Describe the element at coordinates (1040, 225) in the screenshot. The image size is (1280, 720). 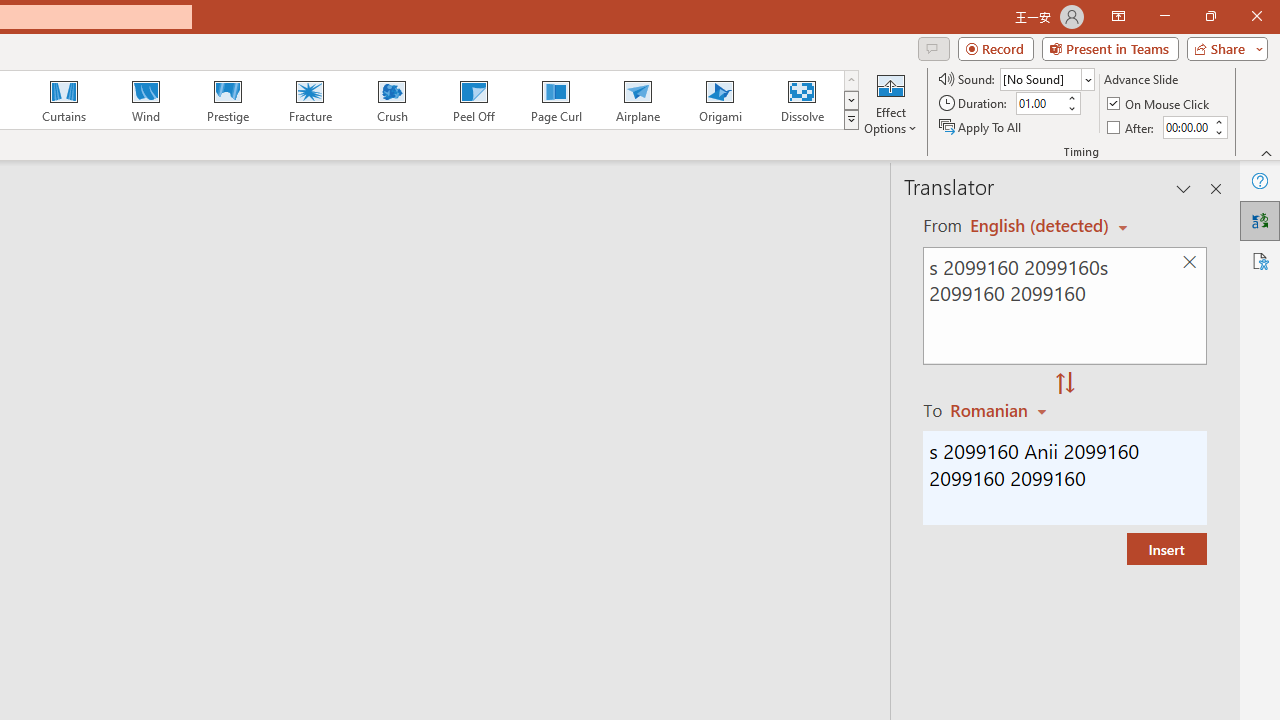
I see `'Czech (detected)'` at that location.